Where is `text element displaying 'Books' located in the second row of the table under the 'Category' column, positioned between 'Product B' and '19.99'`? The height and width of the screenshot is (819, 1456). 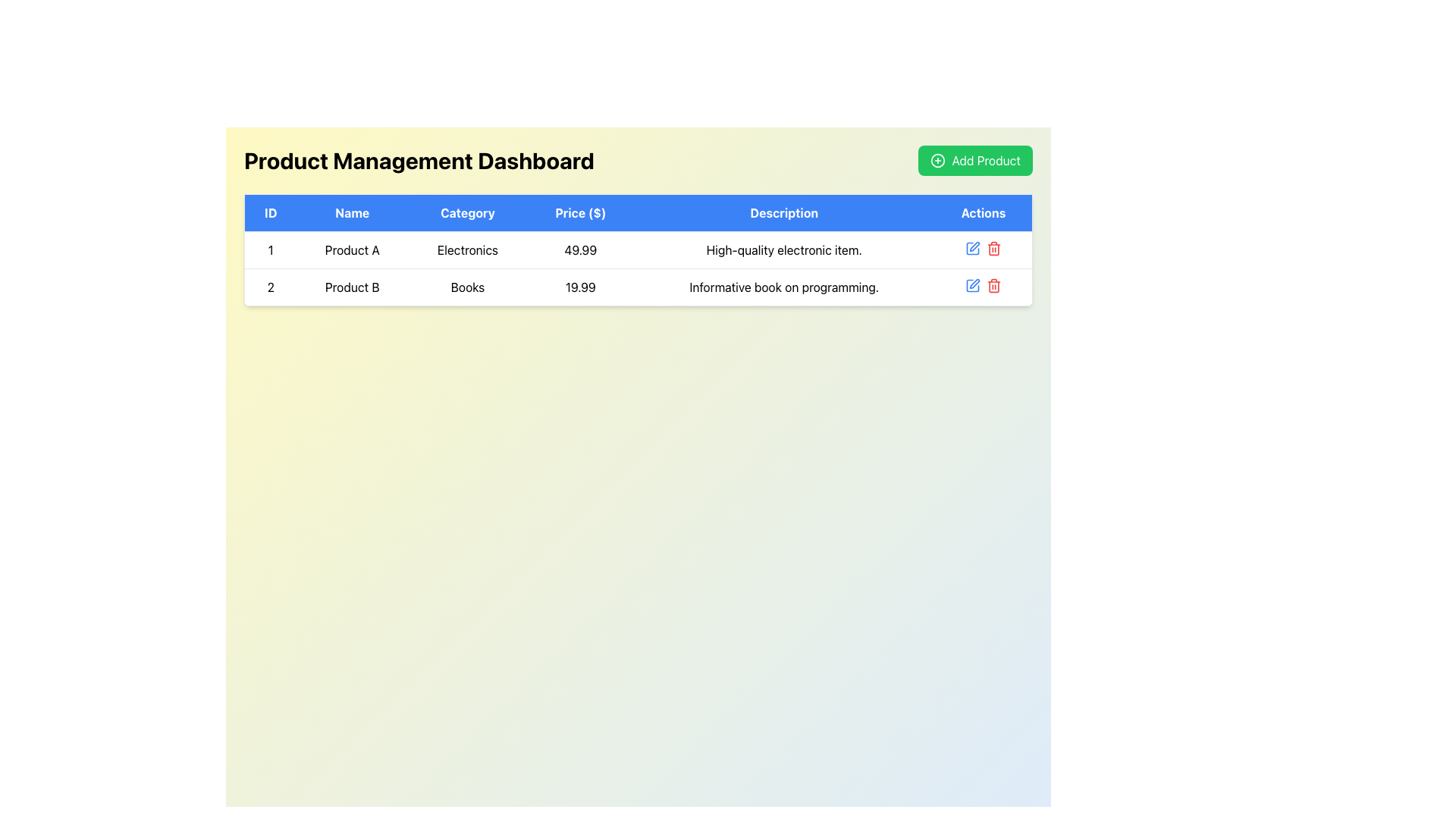
text element displaying 'Books' located in the second row of the table under the 'Category' column, positioned between 'Product B' and '19.99' is located at coordinates (467, 287).